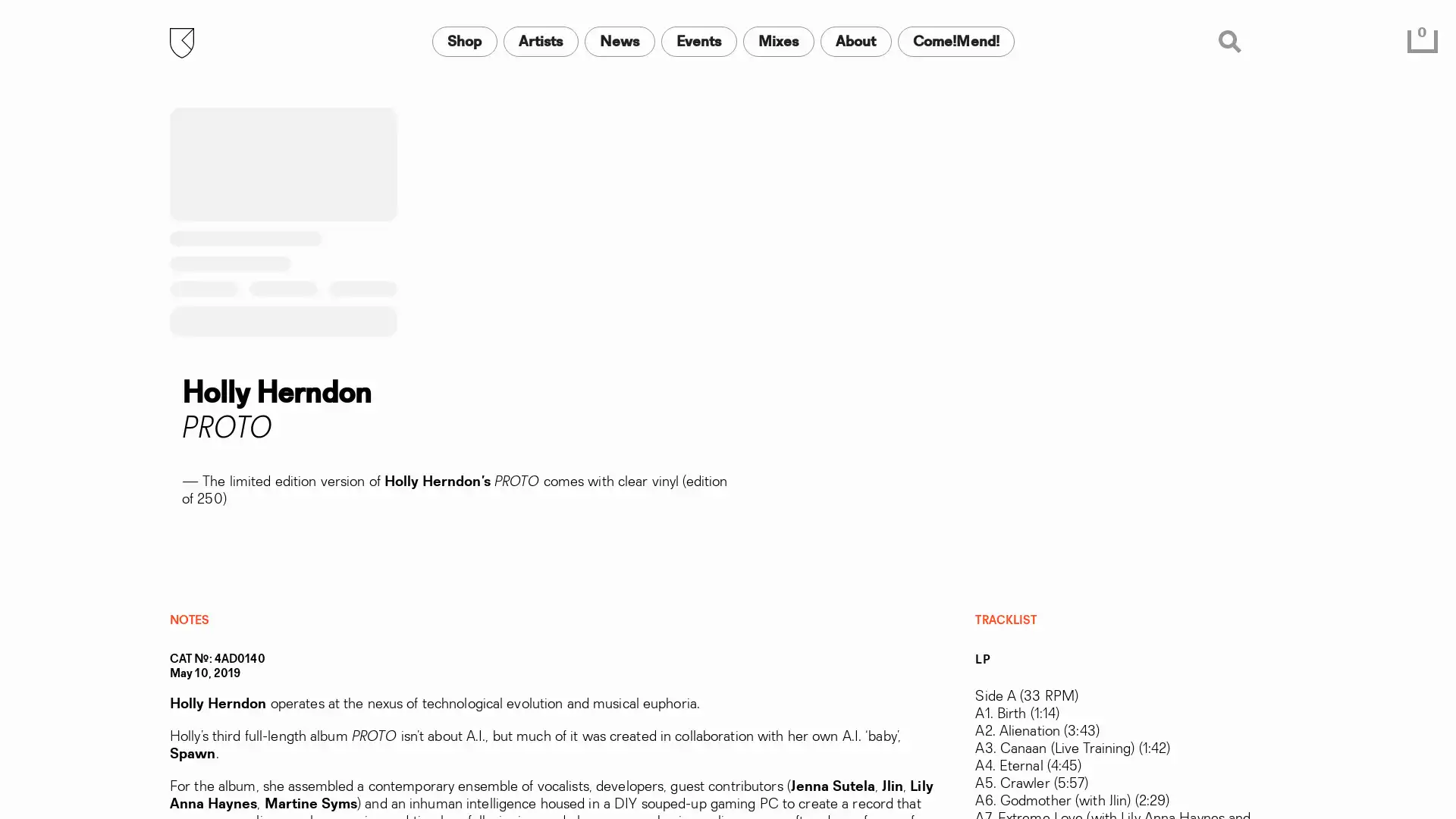 The height and width of the screenshot is (819, 1456). Describe the element at coordinates (1422, 40) in the screenshot. I see `0` at that location.